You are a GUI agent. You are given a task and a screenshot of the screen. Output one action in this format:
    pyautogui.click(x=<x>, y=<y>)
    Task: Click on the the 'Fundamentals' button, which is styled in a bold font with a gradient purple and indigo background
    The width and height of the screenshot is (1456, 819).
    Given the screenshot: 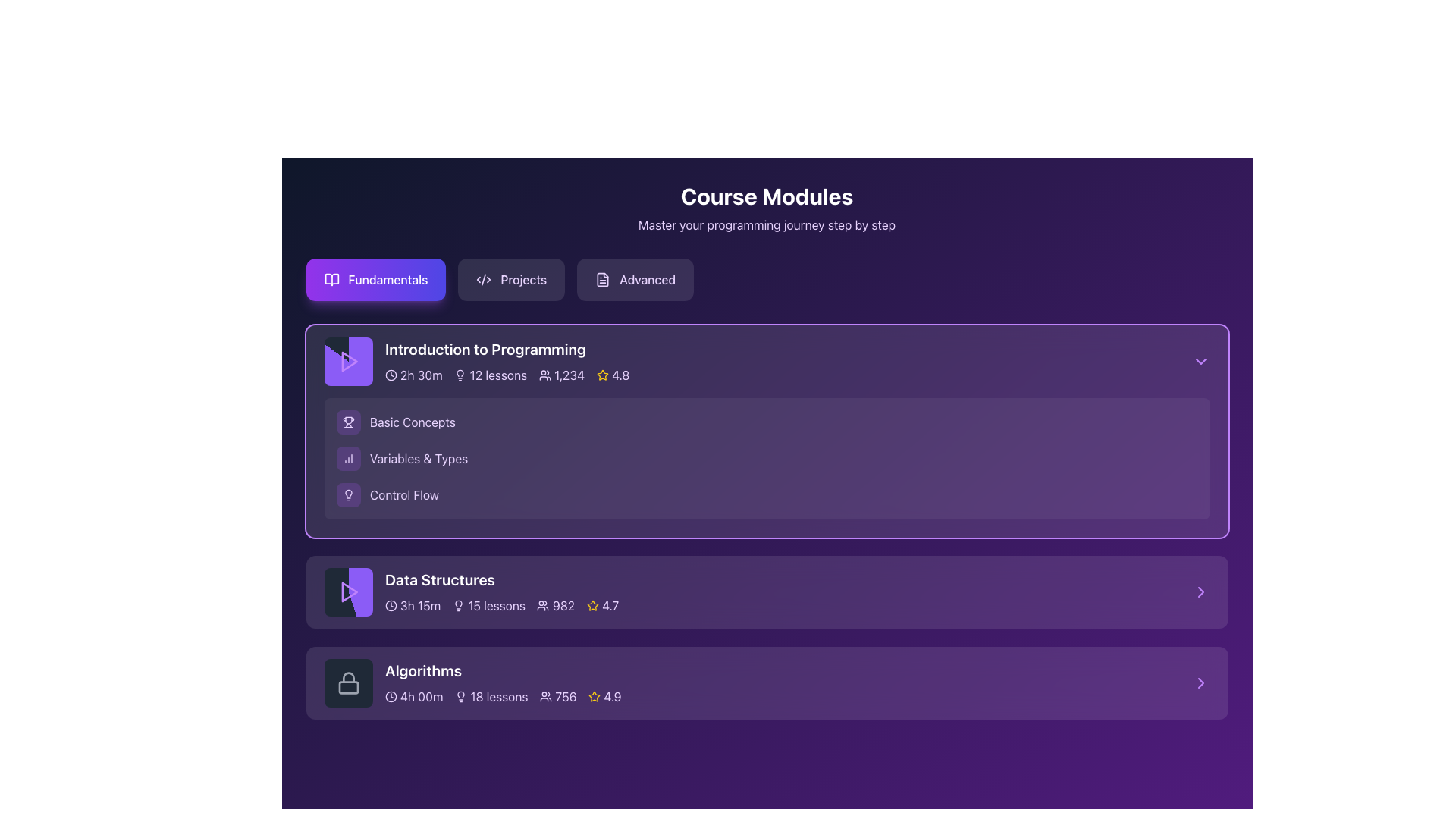 What is the action you would take?
    pyautogui.click(x=388, y=280)
    